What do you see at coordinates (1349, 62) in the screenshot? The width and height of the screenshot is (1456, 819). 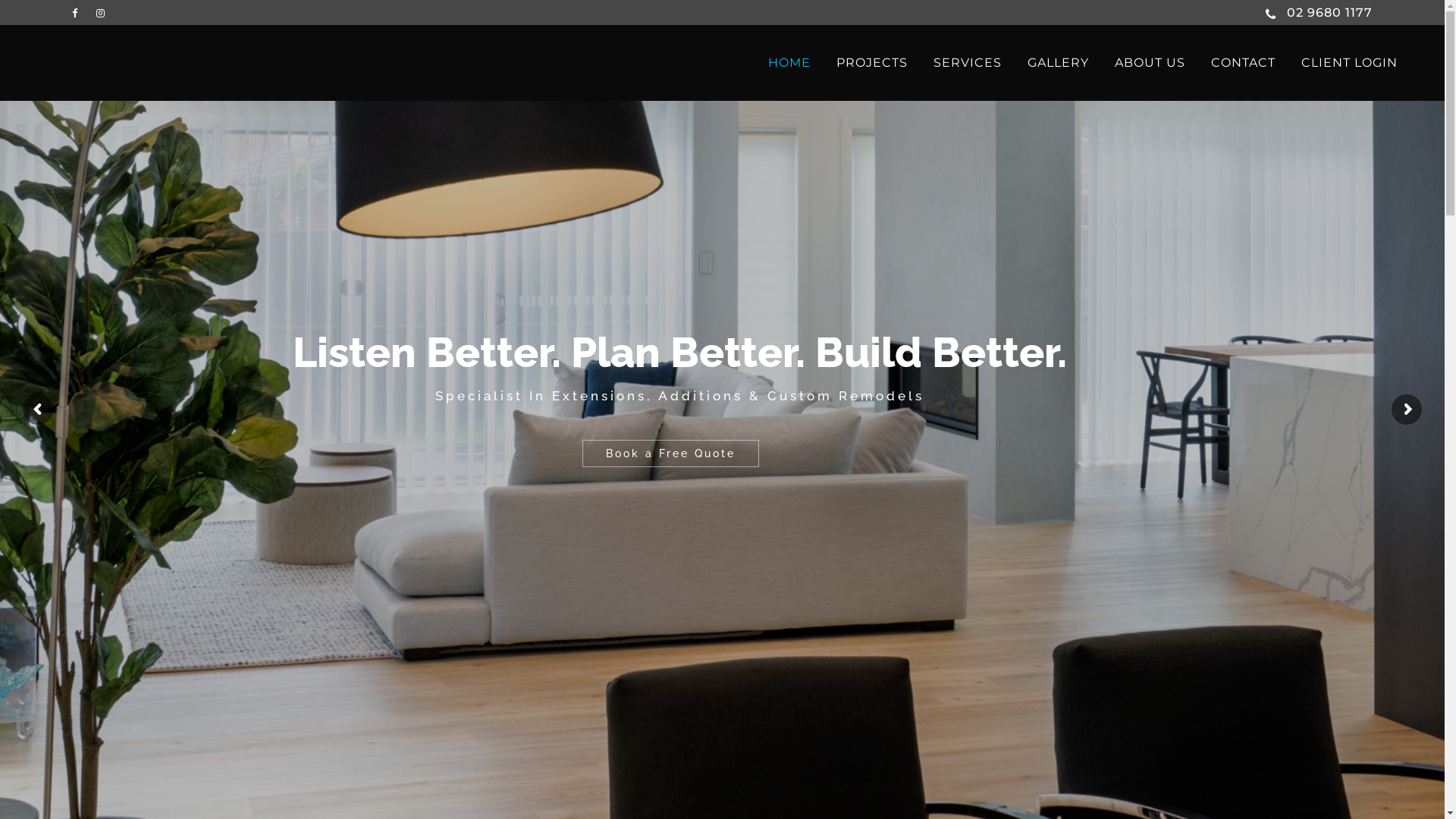 I see `'CLIENT LOGIN'` at bounding box center [1349, 62].